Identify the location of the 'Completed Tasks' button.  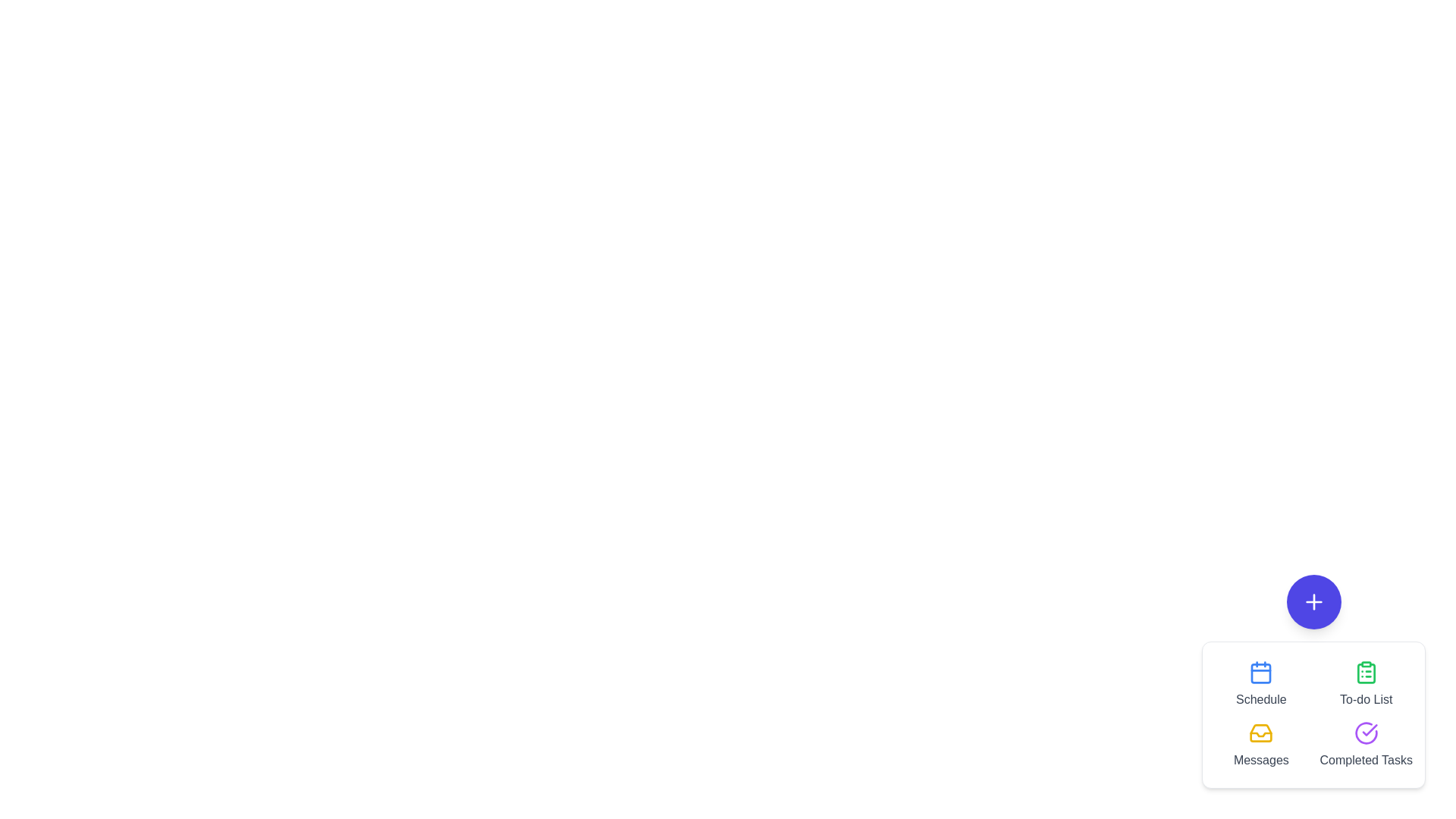
(1366, 745).